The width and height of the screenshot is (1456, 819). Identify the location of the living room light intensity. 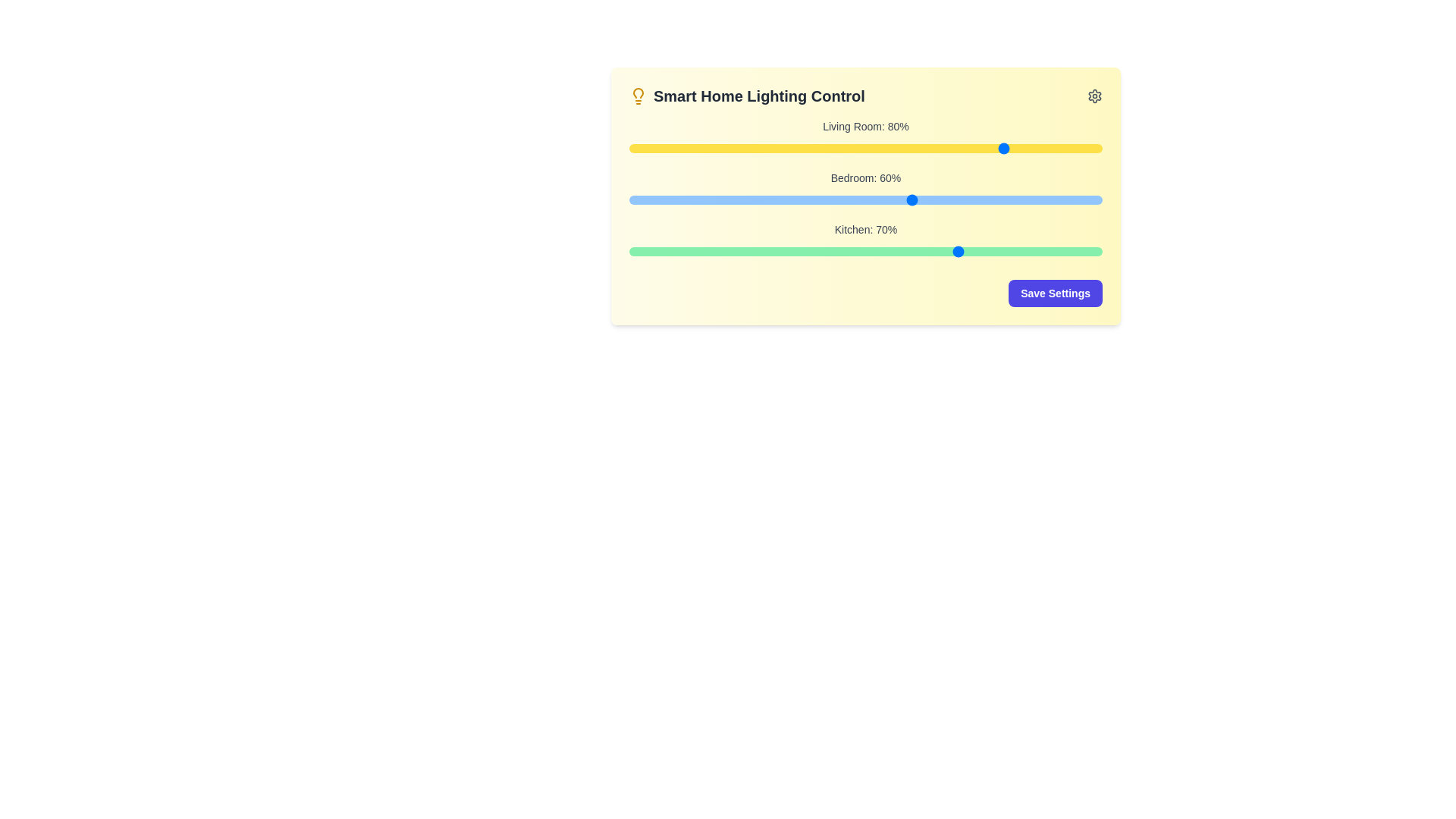
(852, 149).